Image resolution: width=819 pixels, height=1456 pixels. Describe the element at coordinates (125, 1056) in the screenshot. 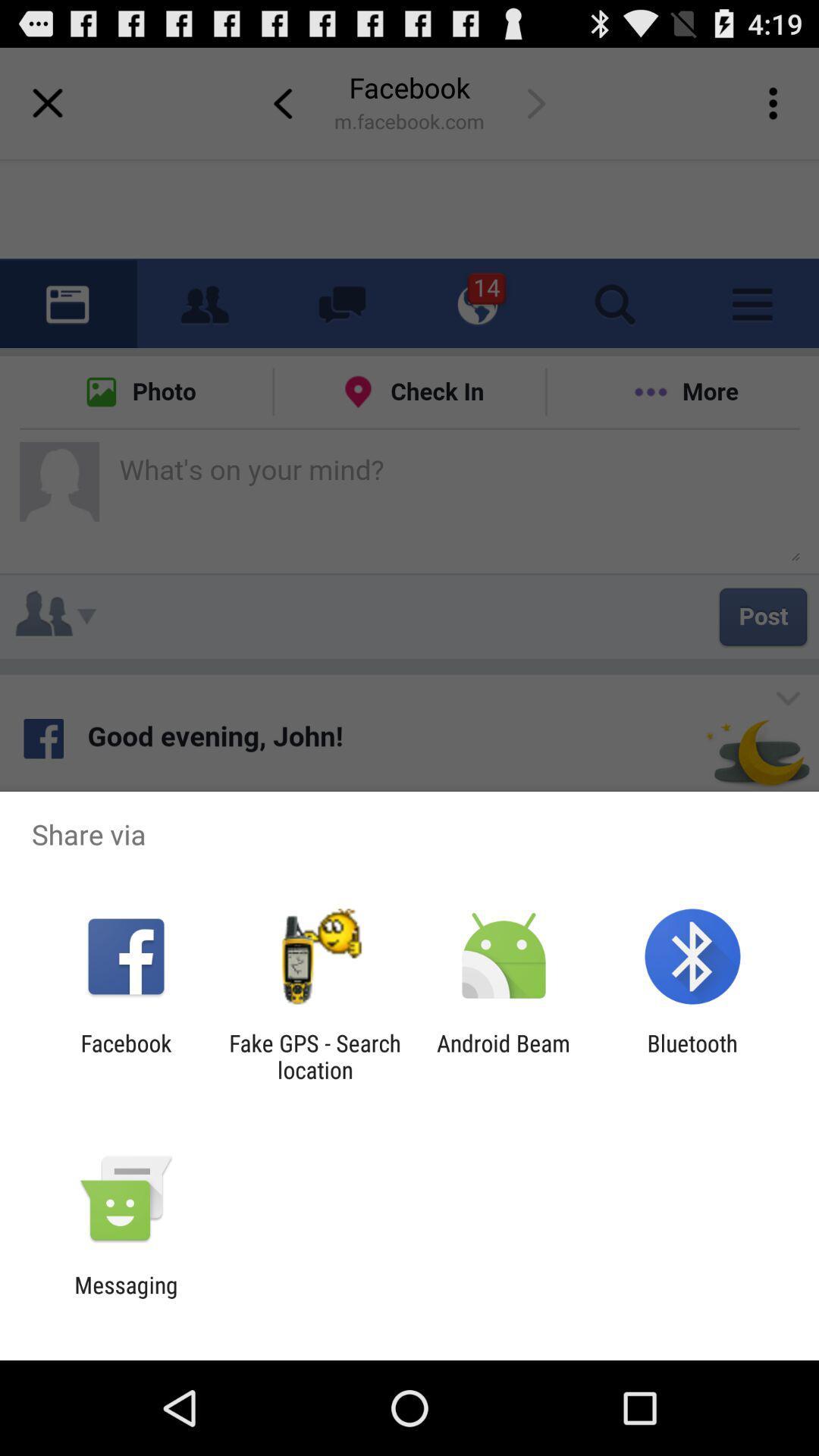

I see `app to the left of fake gps search app` at that location.